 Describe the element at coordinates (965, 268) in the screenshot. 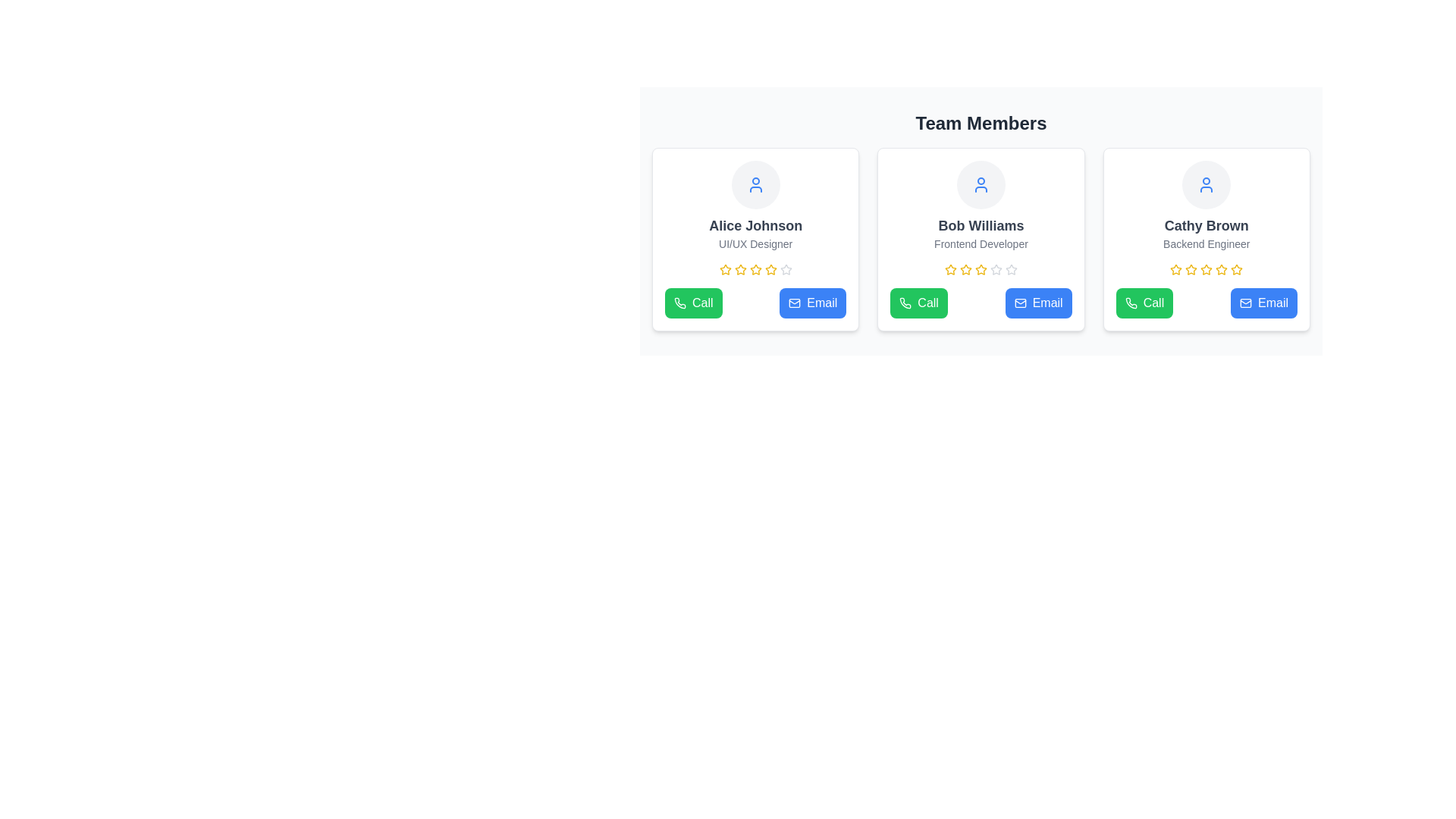

I see `the third star icon in the rating indicator for 'Bob Williams' to adjust the rating` at that location.